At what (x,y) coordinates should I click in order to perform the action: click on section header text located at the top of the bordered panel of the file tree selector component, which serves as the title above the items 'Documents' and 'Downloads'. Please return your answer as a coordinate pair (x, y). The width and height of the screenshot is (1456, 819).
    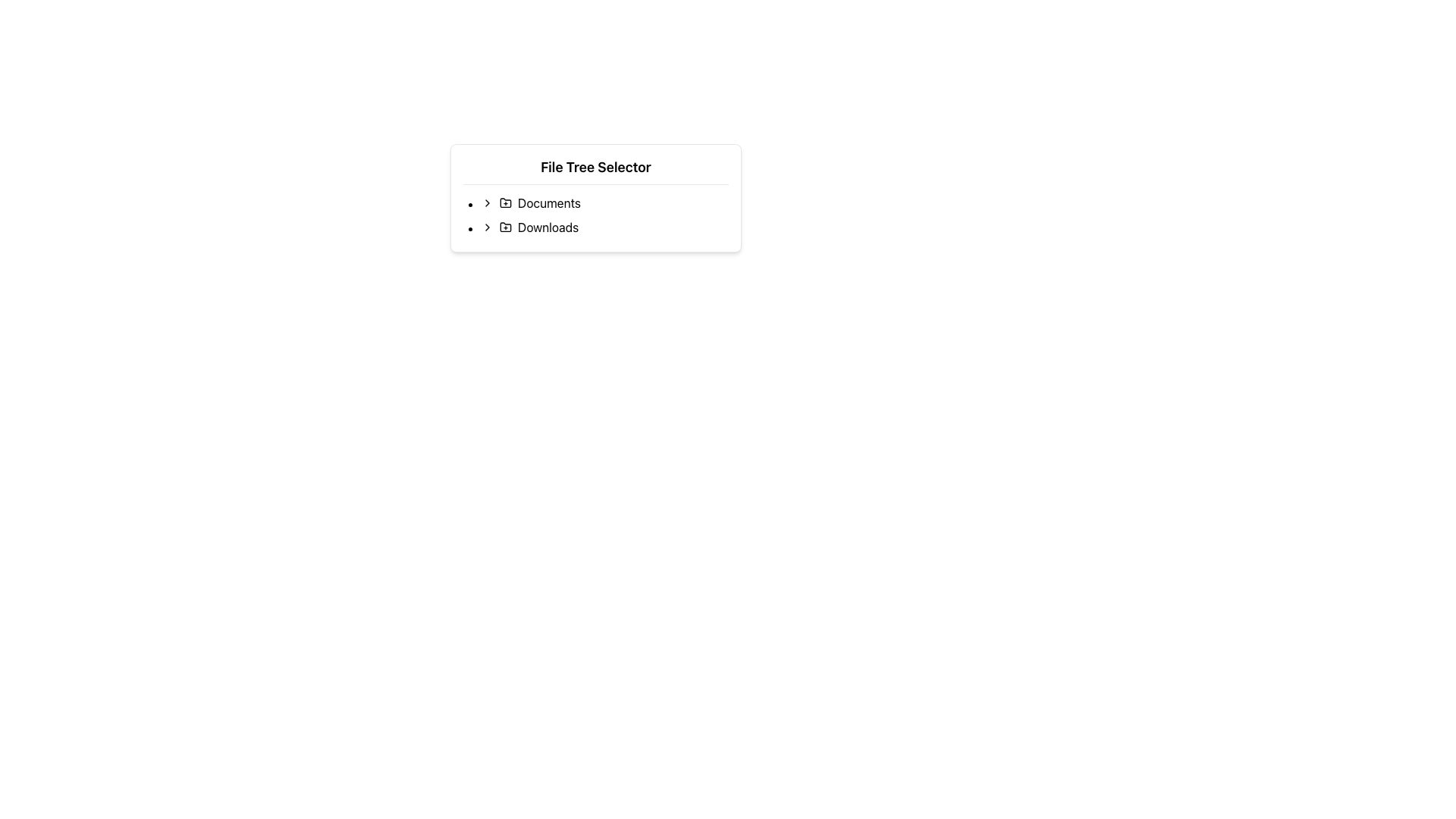
    Looking at the image, I should click on (595, 167).